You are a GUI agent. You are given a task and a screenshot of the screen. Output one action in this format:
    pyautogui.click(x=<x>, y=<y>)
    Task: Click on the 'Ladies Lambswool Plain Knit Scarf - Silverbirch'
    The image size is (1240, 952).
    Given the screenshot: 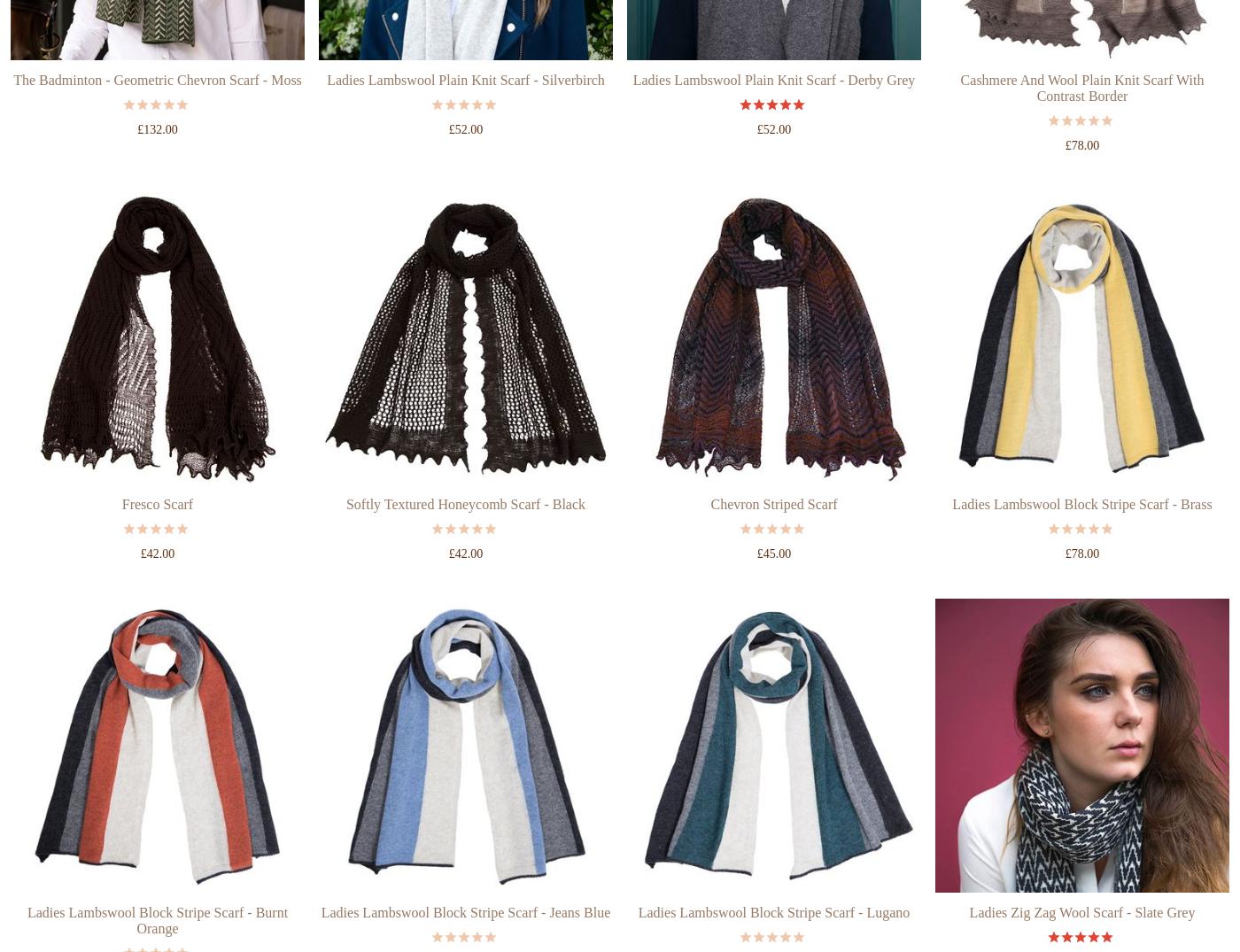 What is the action you would take?
    pyautogui.click(x=465, y=146)
    